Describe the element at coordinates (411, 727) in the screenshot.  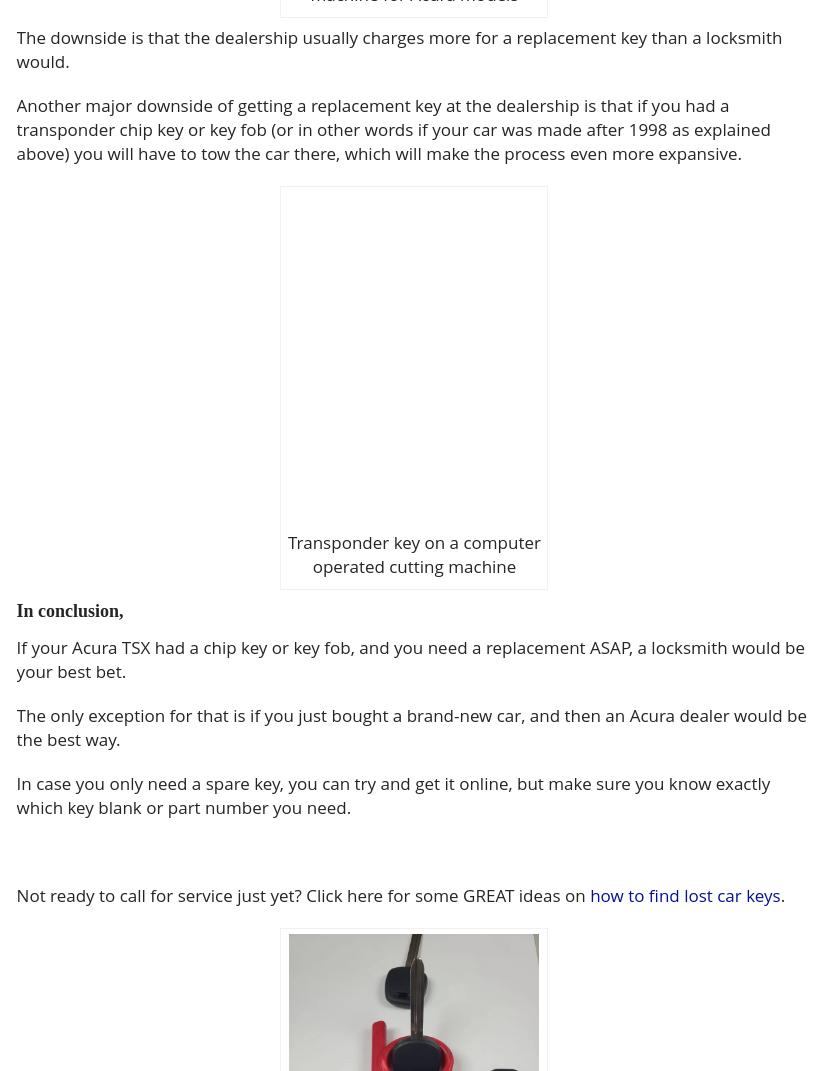
I see `'The only exception for that is if you just bought a brand-new car, and then an Acura dealer would be the best way.'` at that location.